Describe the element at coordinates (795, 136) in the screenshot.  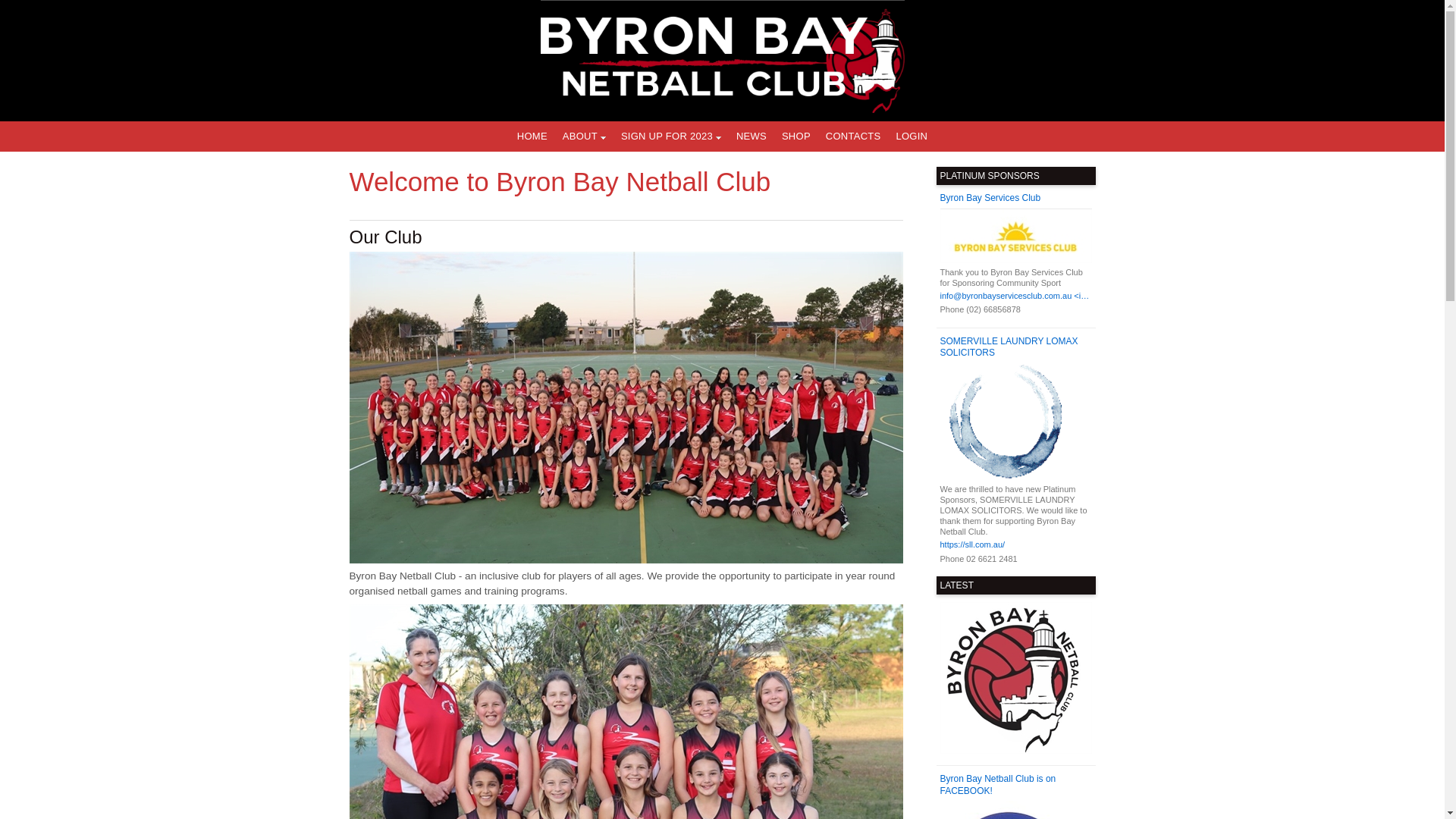
I see `'SHOP'` at that location.